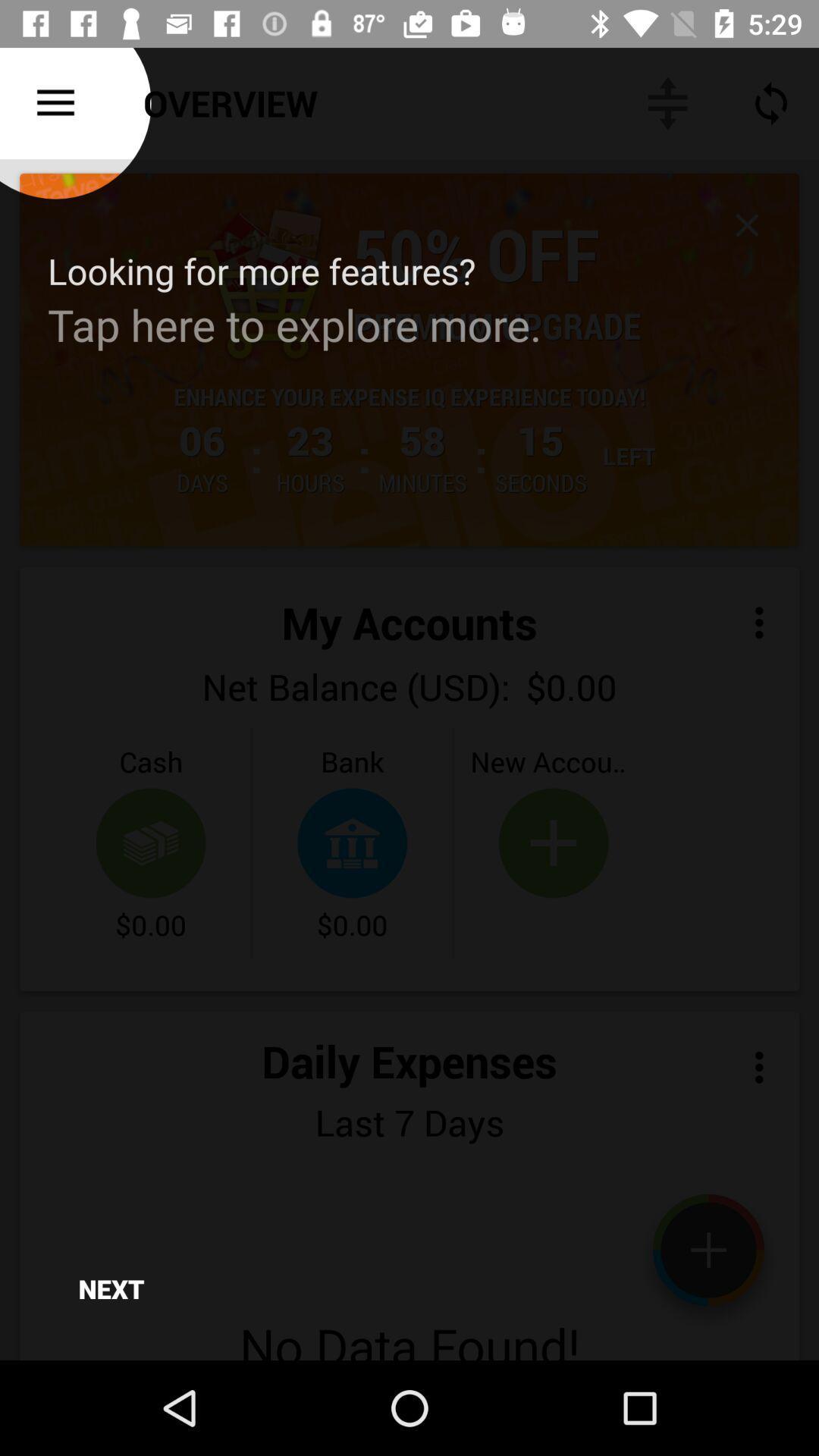 This screenshot has width=819, height=1456. Describe the element at coordinates (771, 103) in the screenshot. I see `icon below time` at that location.